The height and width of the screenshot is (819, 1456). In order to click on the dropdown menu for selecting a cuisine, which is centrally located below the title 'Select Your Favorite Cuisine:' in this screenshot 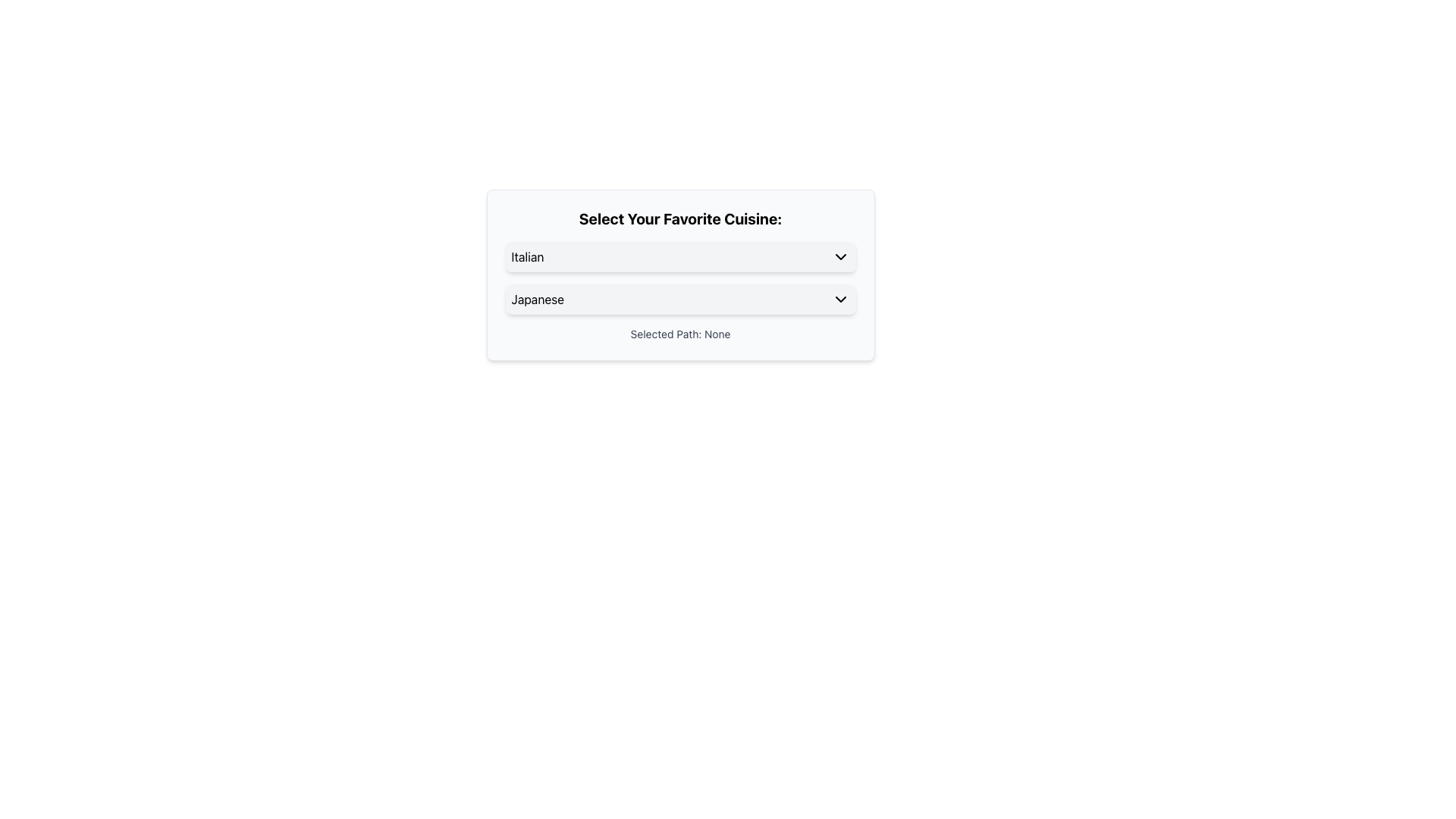, I will do `click(679, 278)`.